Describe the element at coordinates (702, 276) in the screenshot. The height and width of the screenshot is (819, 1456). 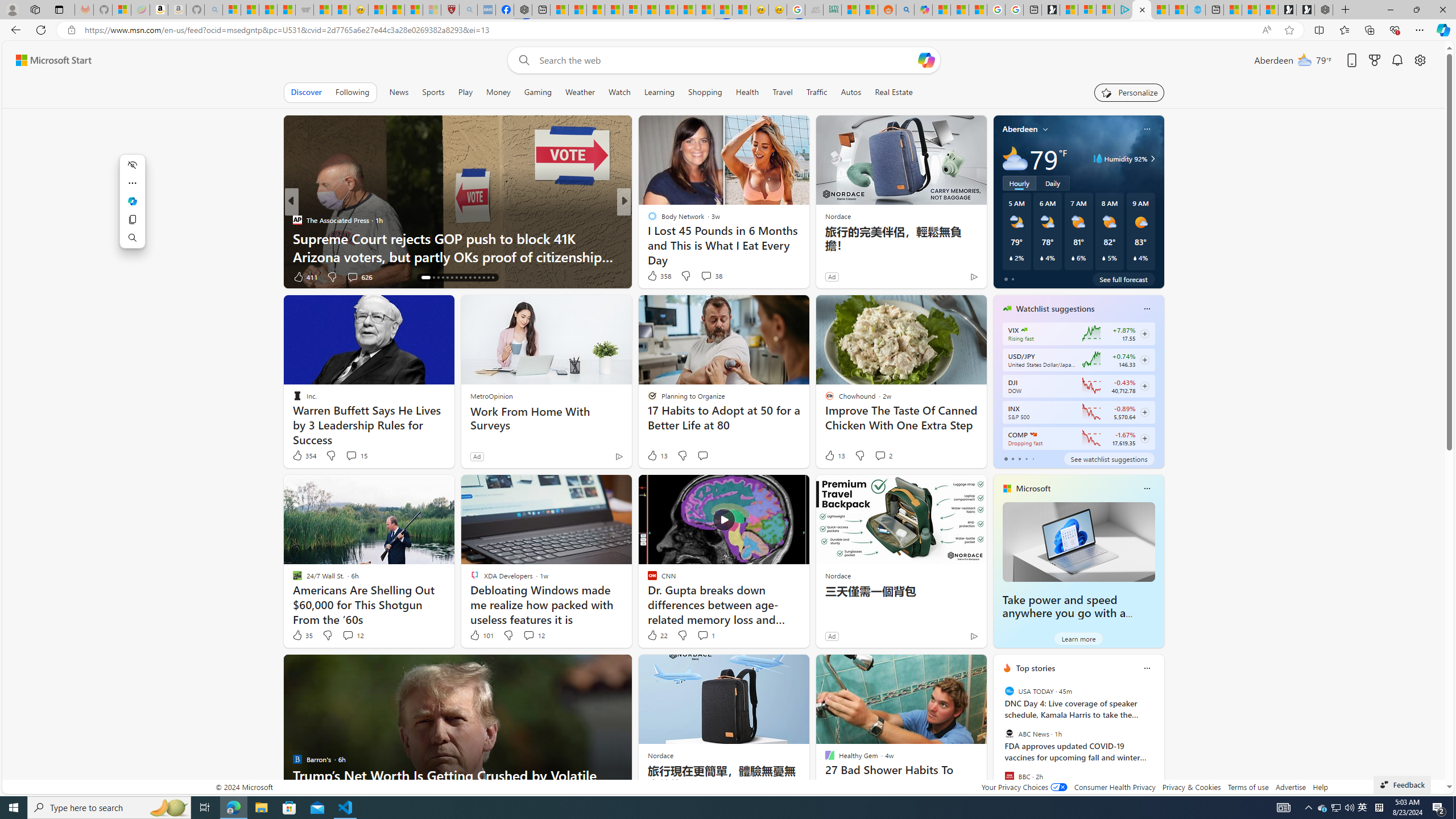
I see `'View comments 66 Comment'` at that location.